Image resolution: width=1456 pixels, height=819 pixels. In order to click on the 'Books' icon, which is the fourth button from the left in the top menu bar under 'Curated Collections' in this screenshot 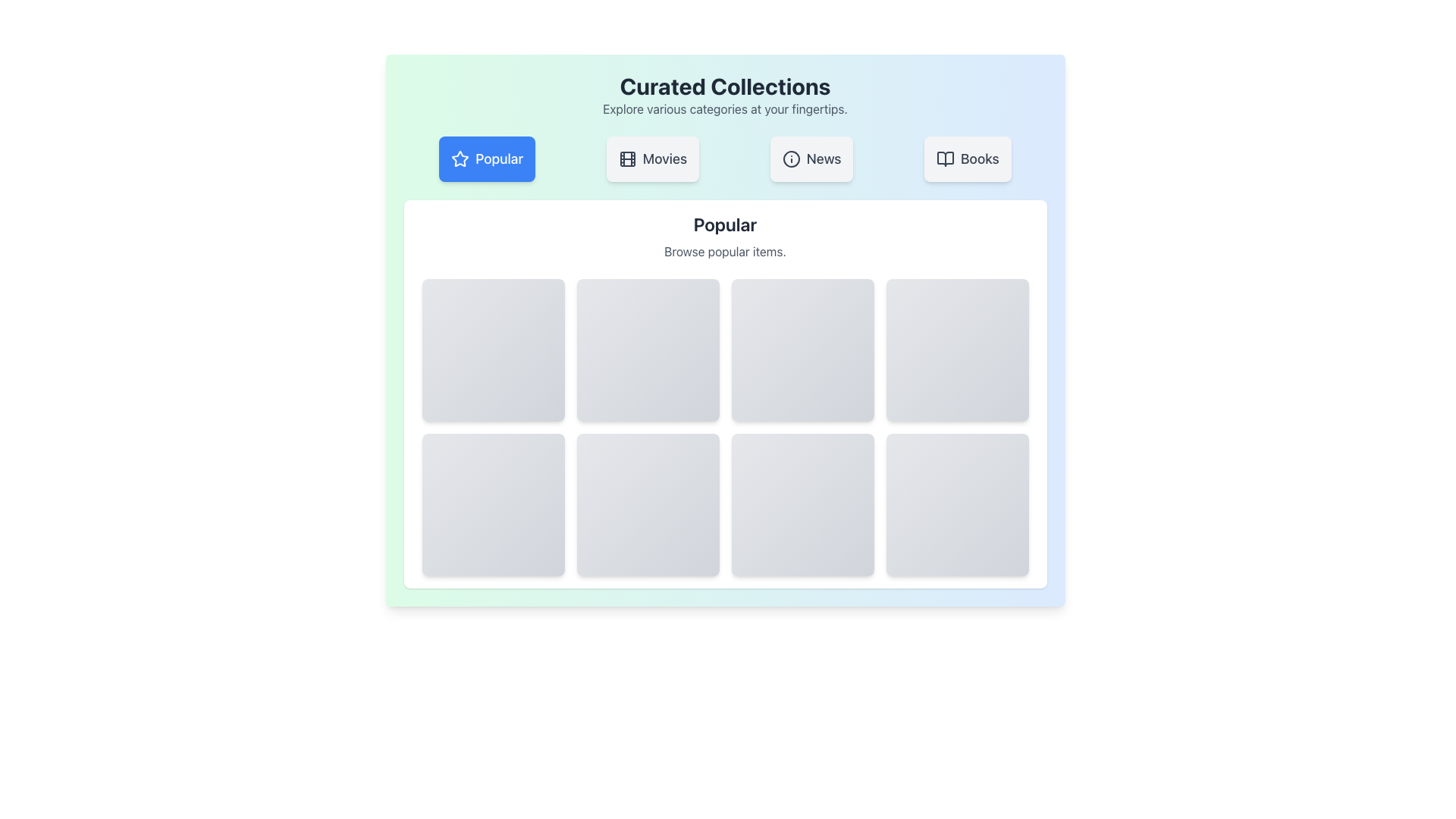, I will do `click(945, 158)`.